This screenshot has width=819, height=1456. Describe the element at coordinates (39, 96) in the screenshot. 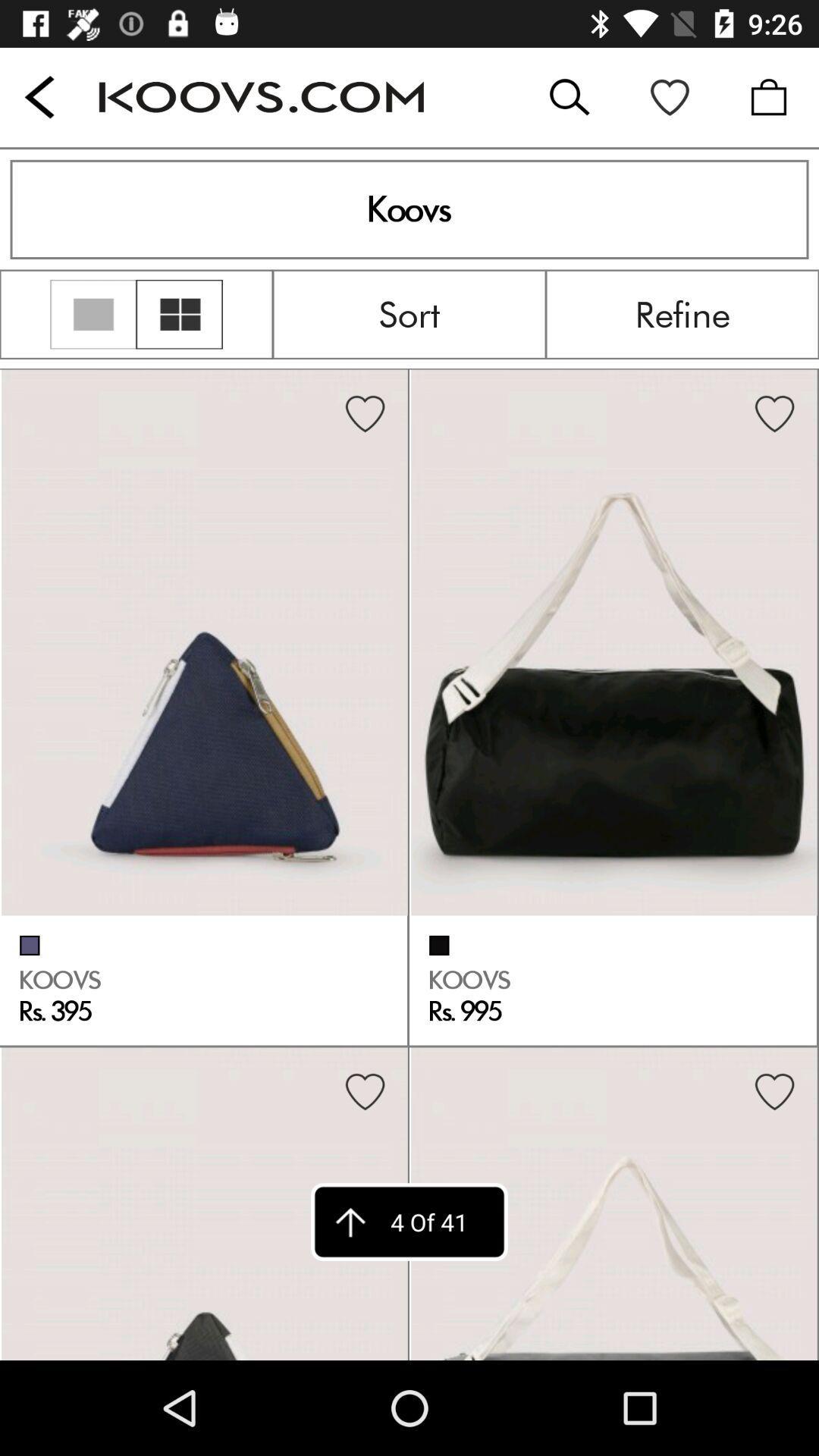

I see `the arrow_backward icon` at that location.